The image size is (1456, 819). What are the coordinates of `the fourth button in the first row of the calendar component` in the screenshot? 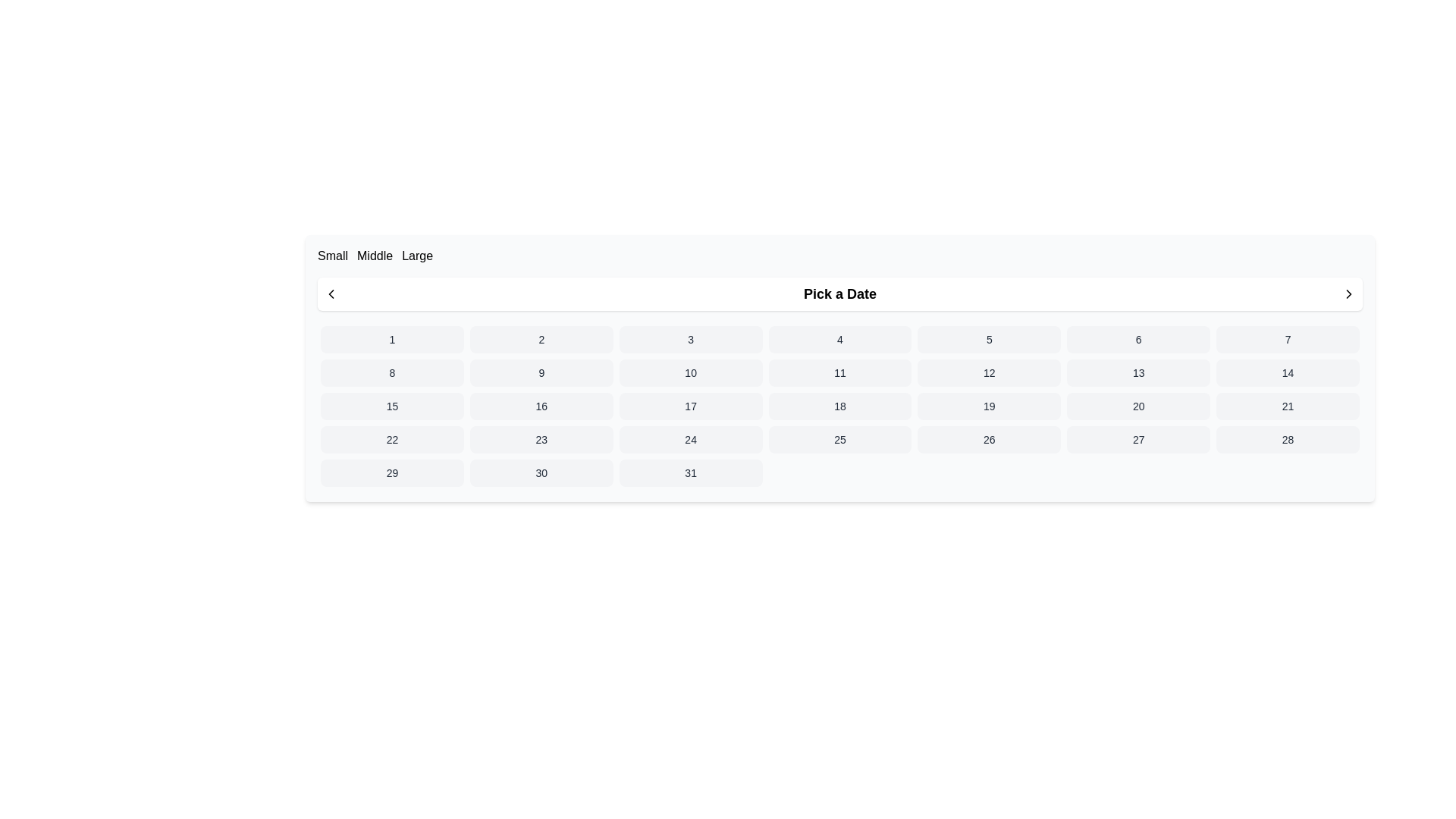 It's located at (839, 338).